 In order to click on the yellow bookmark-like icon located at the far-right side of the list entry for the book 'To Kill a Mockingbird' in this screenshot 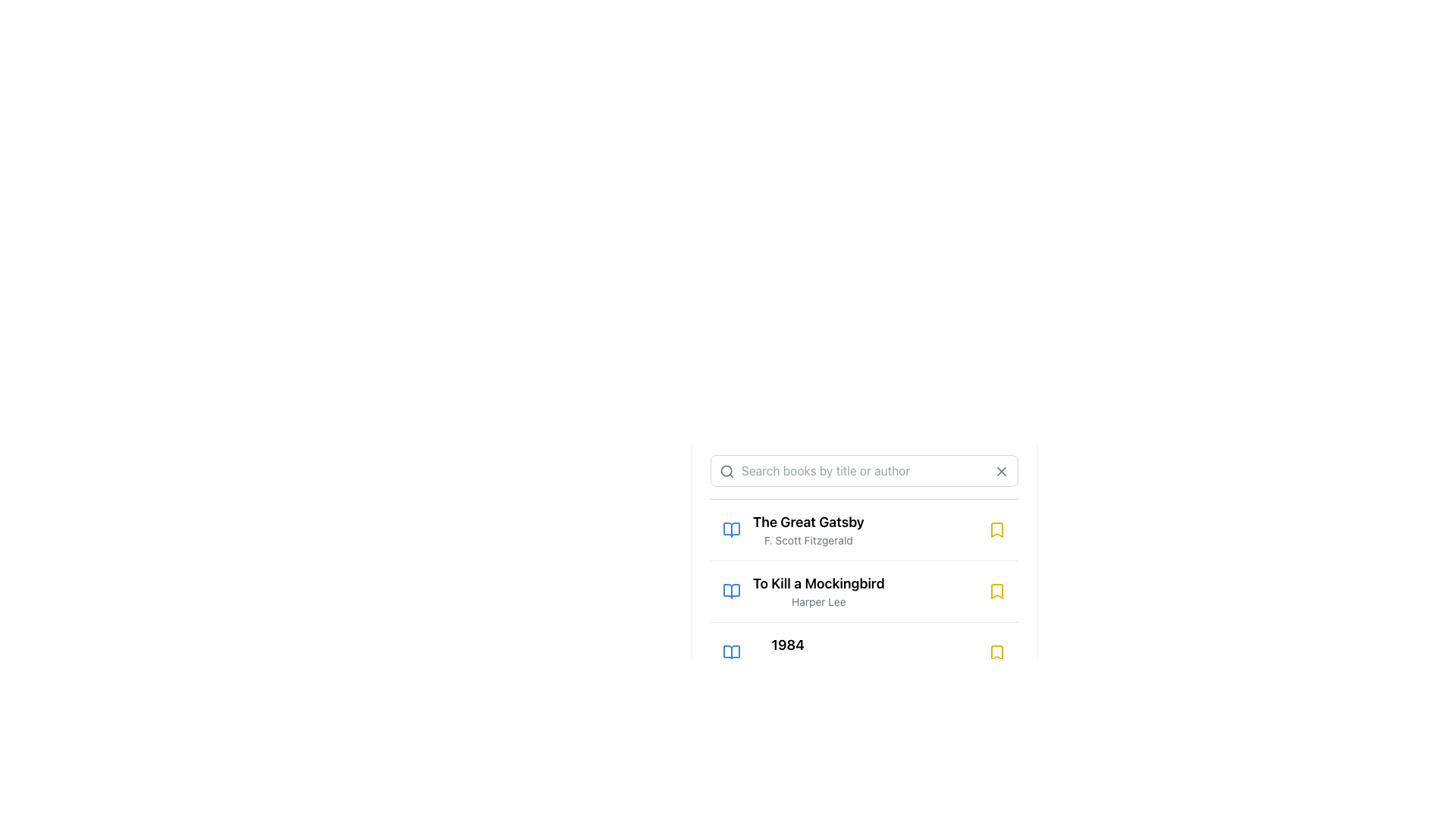, I will do `click(997, 590)`.